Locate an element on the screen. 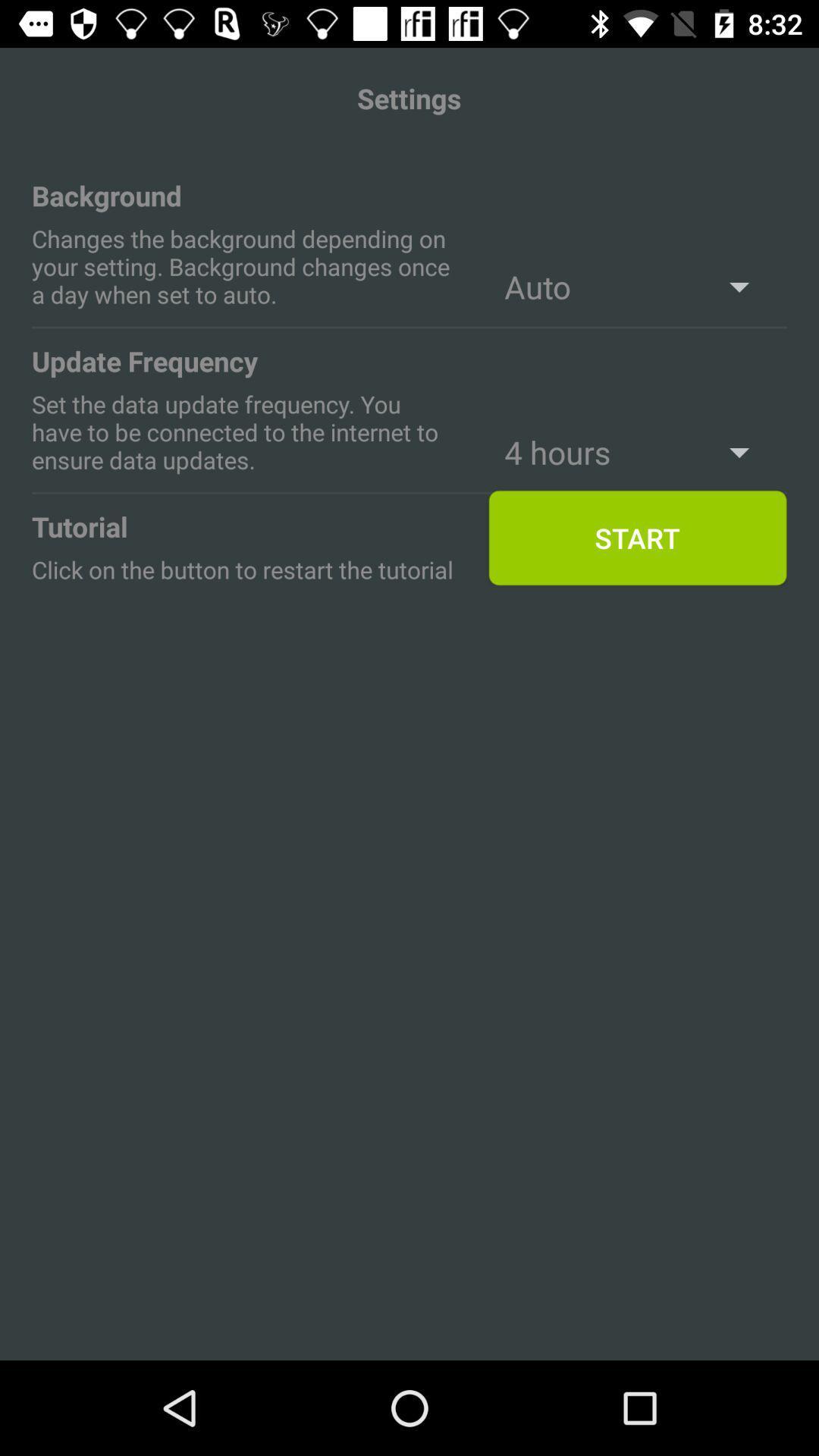 The height and width of the screenshot is (1456, 819). the text above start is located at coordinates (637, 451).